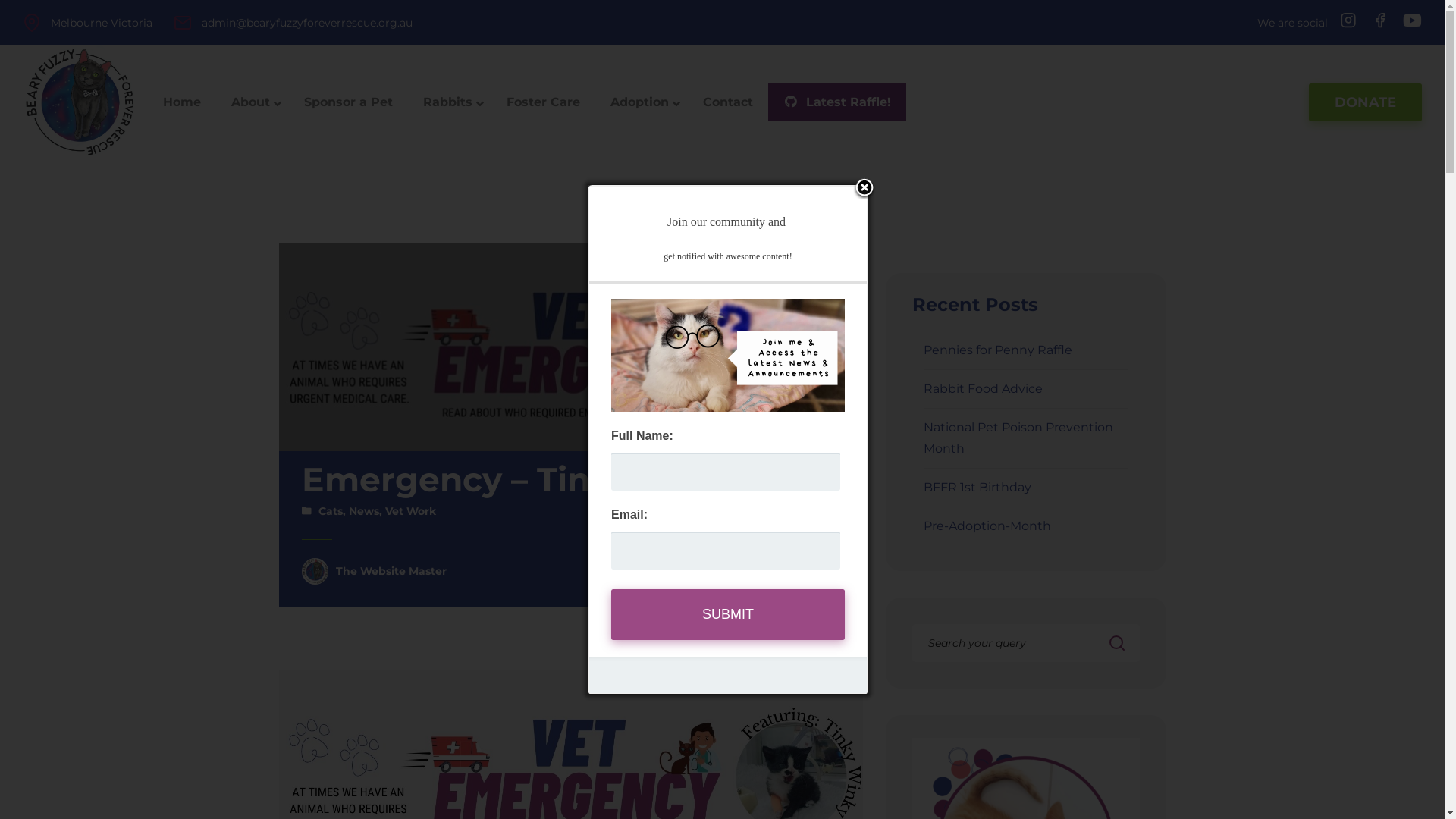 The height and width of the screenshot is (819, 1456). I want to click on 'Pennies for Penny Raffle', so click(923, 350).